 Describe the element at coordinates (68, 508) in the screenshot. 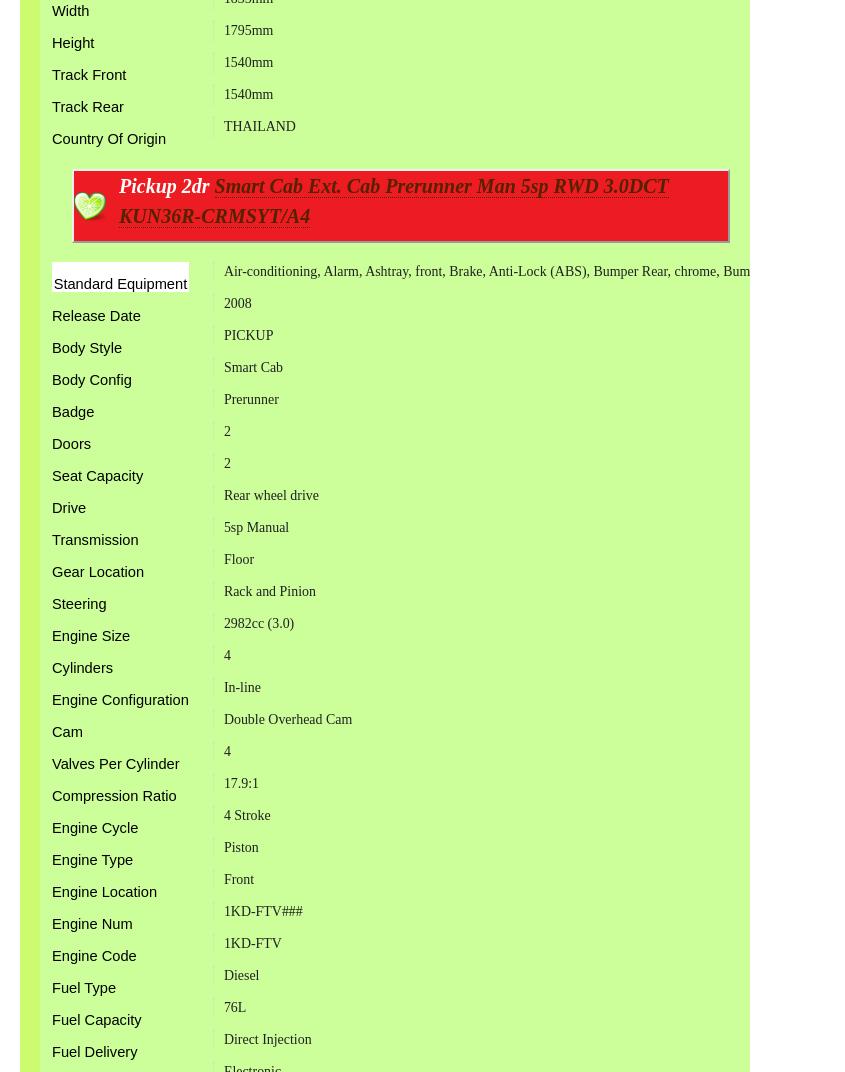

I see `'Drive'` at that location.